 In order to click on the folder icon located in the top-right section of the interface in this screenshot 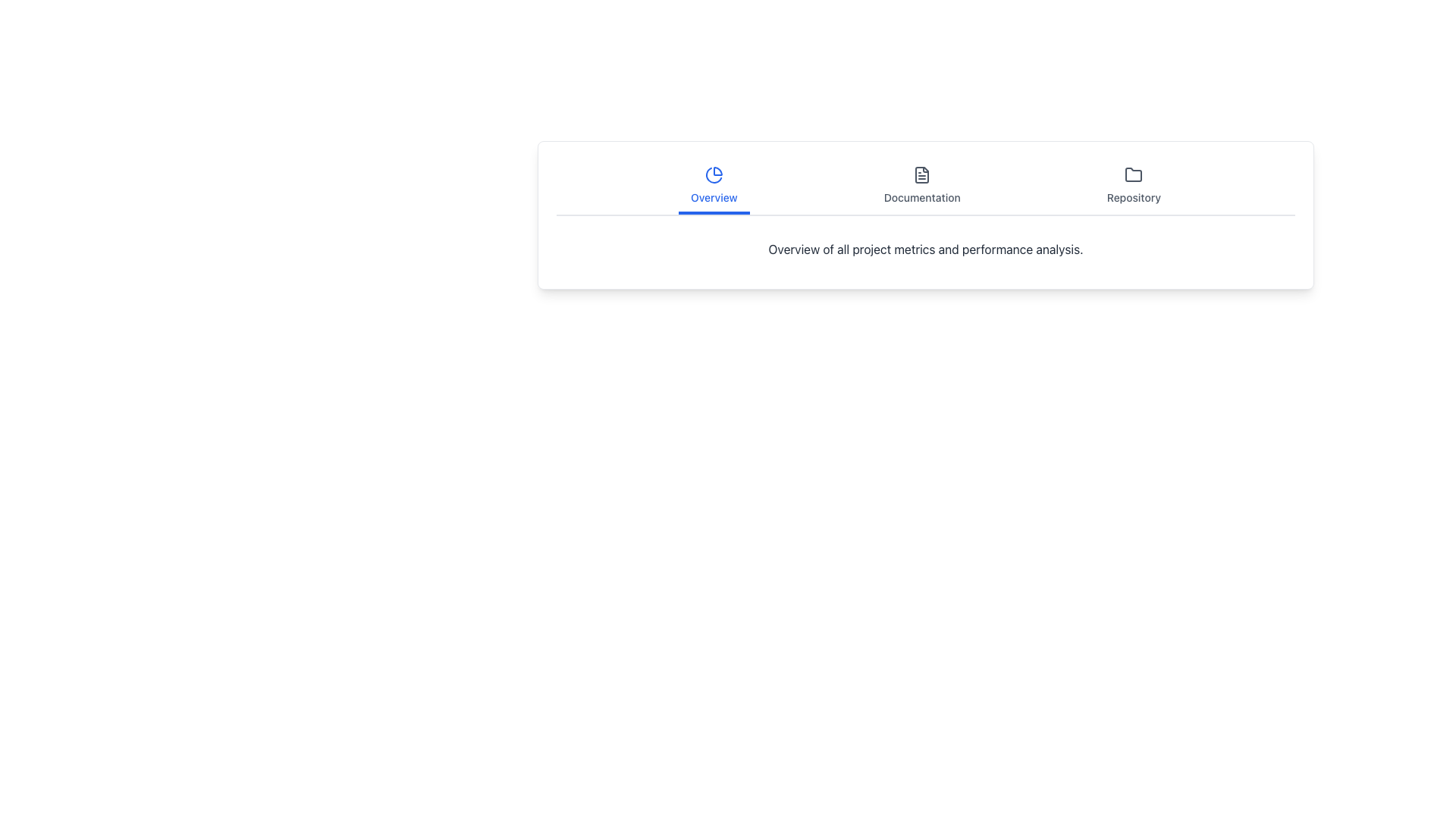, I will do `click(1134, 174)`.